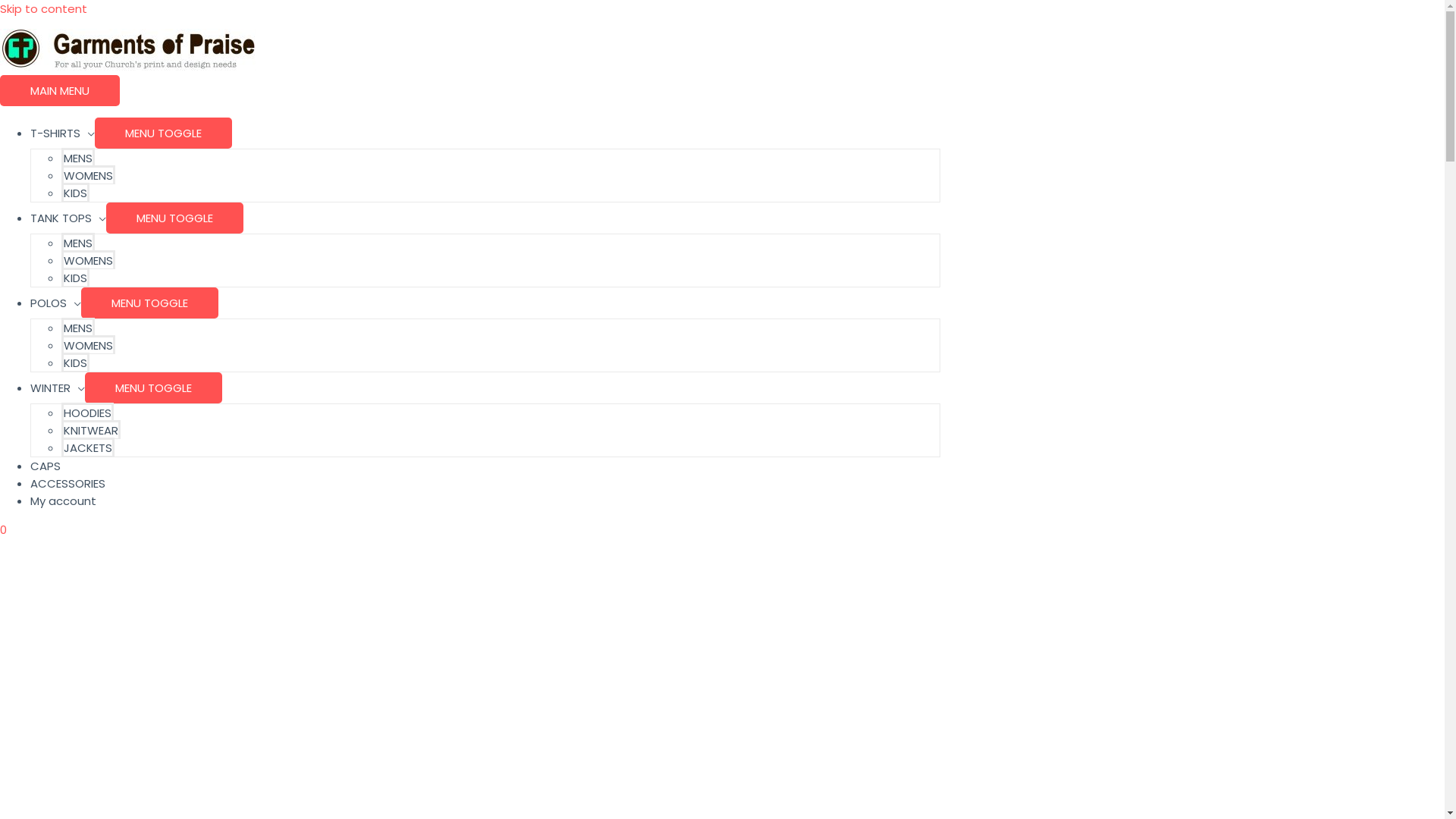 The image size is (1456, 819). What do you see at coordinates (86, 446) in the screenshot?
I see `'JACKETS'` at bounding box center [86, 446].